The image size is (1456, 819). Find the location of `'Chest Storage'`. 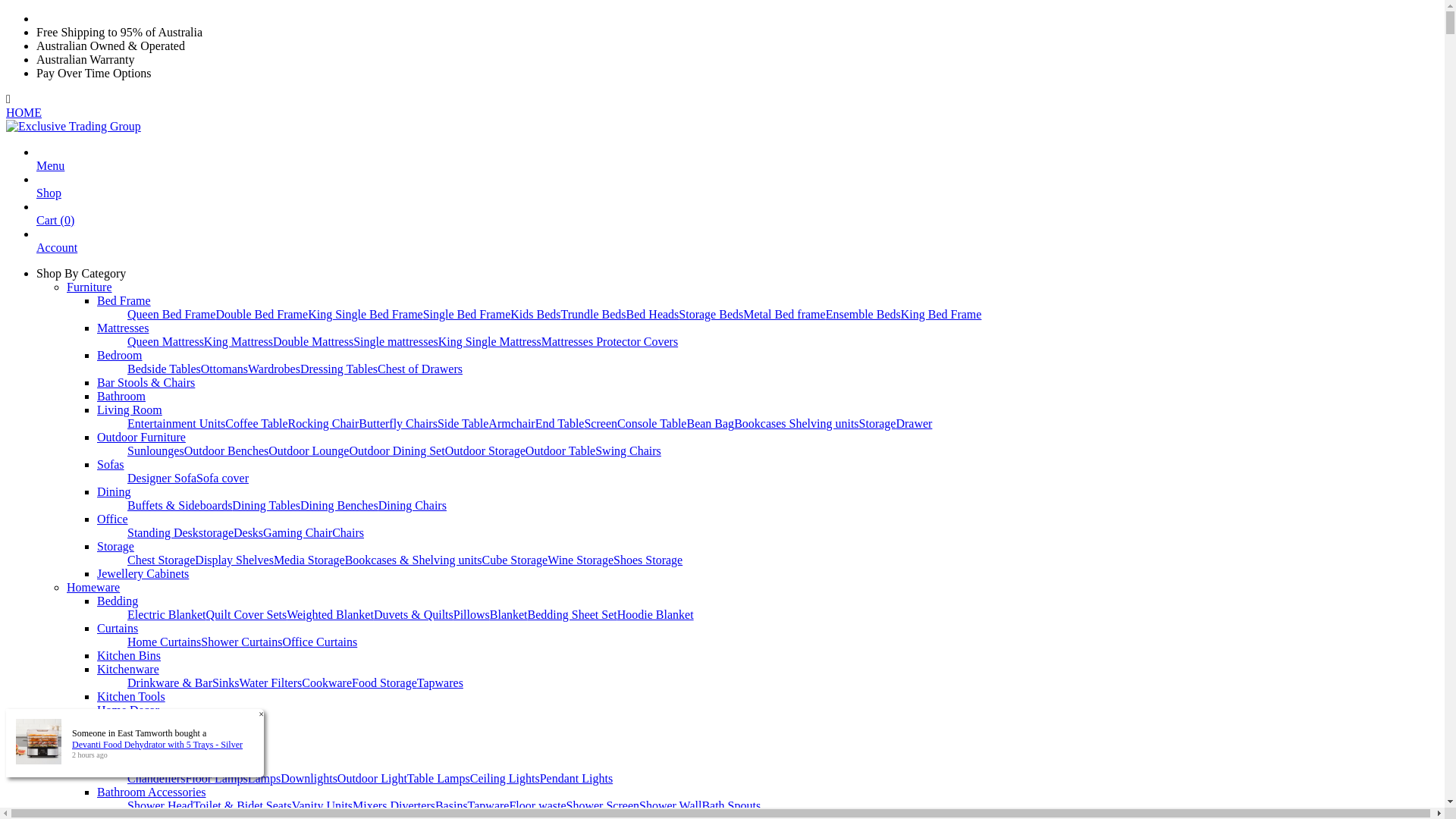

'Chest Storage' is located at coordinates (127, 560).